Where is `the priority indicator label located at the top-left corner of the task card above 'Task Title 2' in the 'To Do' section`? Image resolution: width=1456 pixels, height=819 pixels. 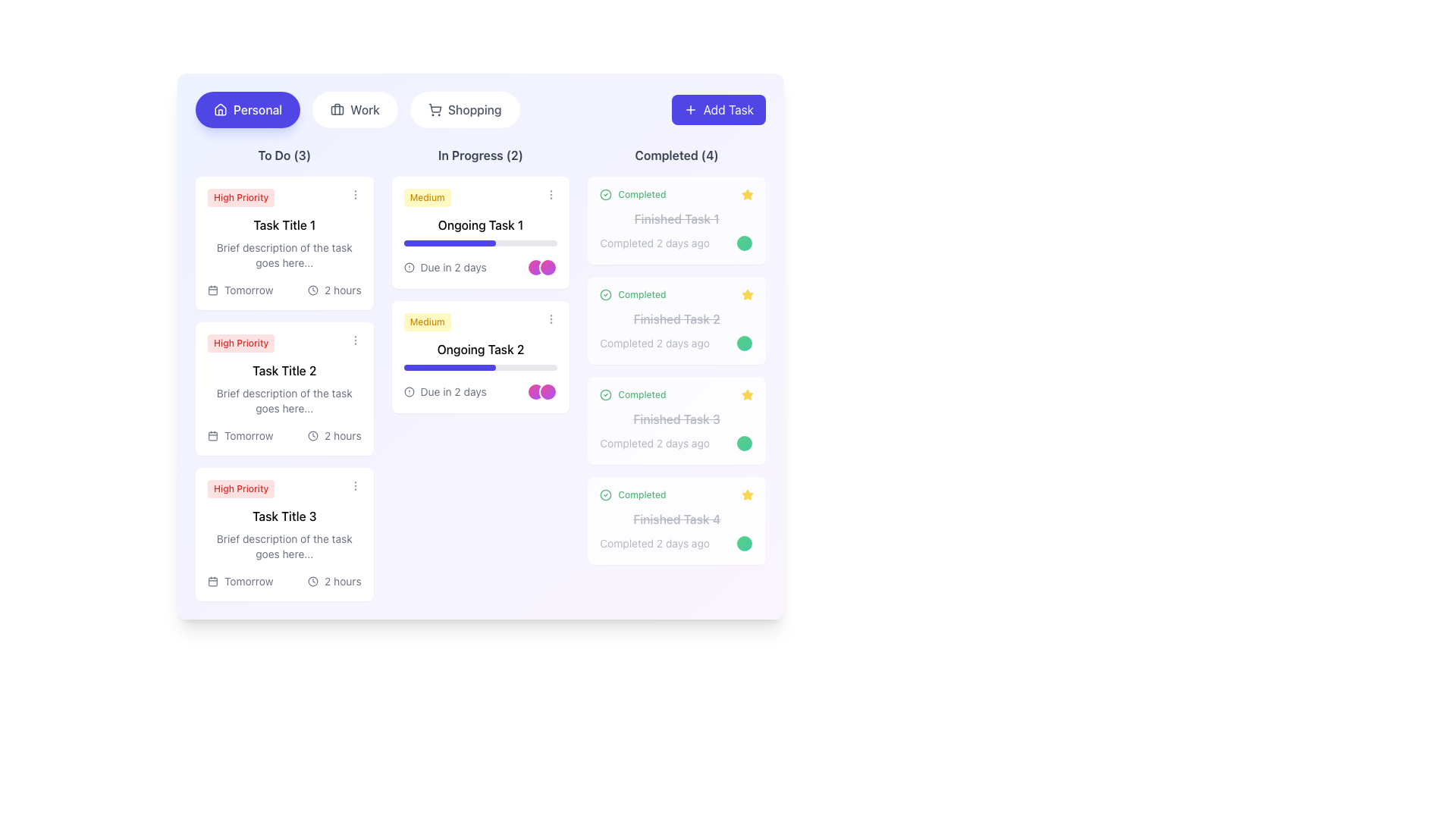
the priority indicator label located at the top-left corner of the task card above 'Task Title 2' in the 'To Do' section is located at coordinates (240, 343).